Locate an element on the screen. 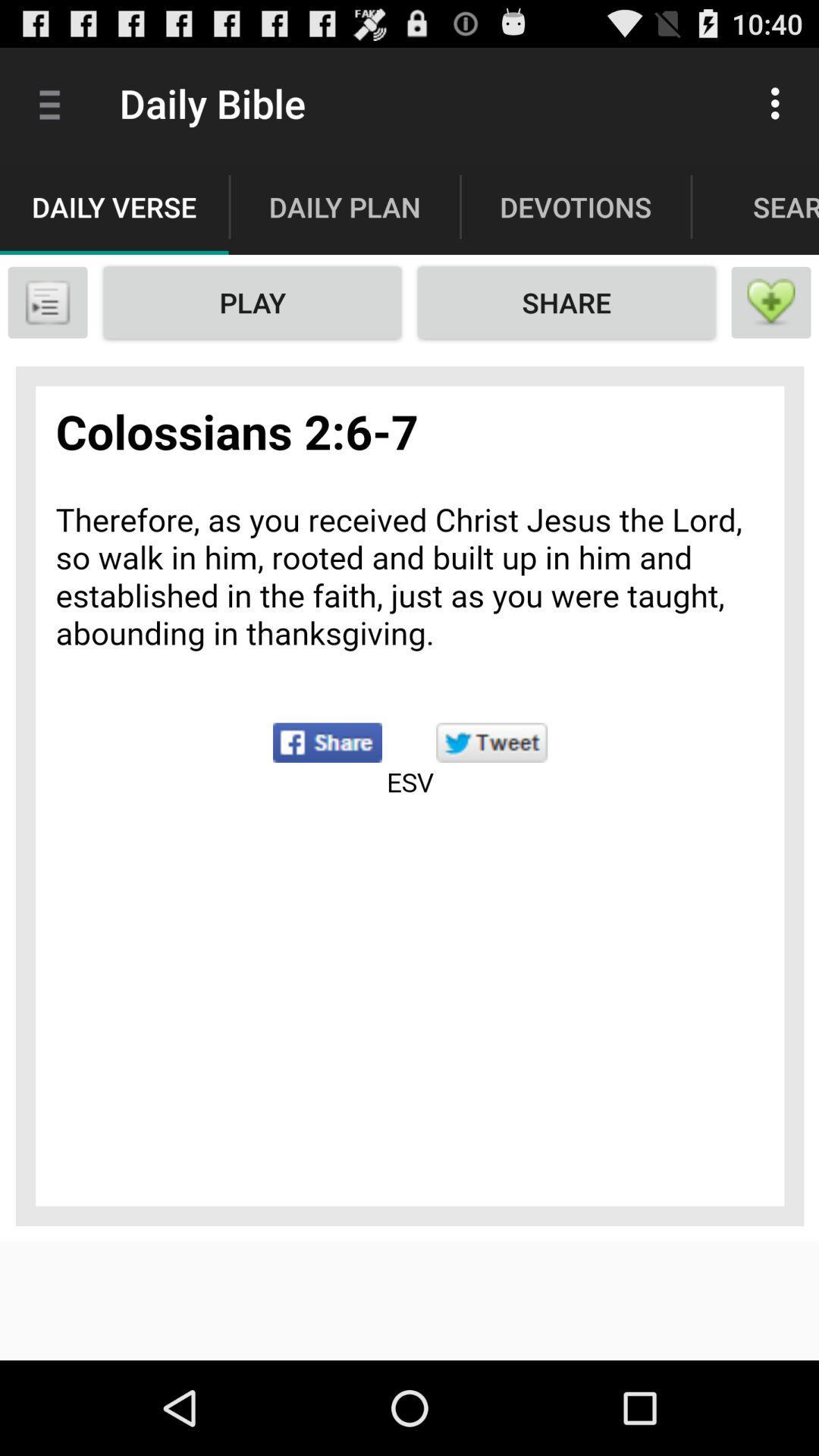 The height and width of the screenshot is (1456, 819). the button which is next to the play is located at coordinates (566, 302).